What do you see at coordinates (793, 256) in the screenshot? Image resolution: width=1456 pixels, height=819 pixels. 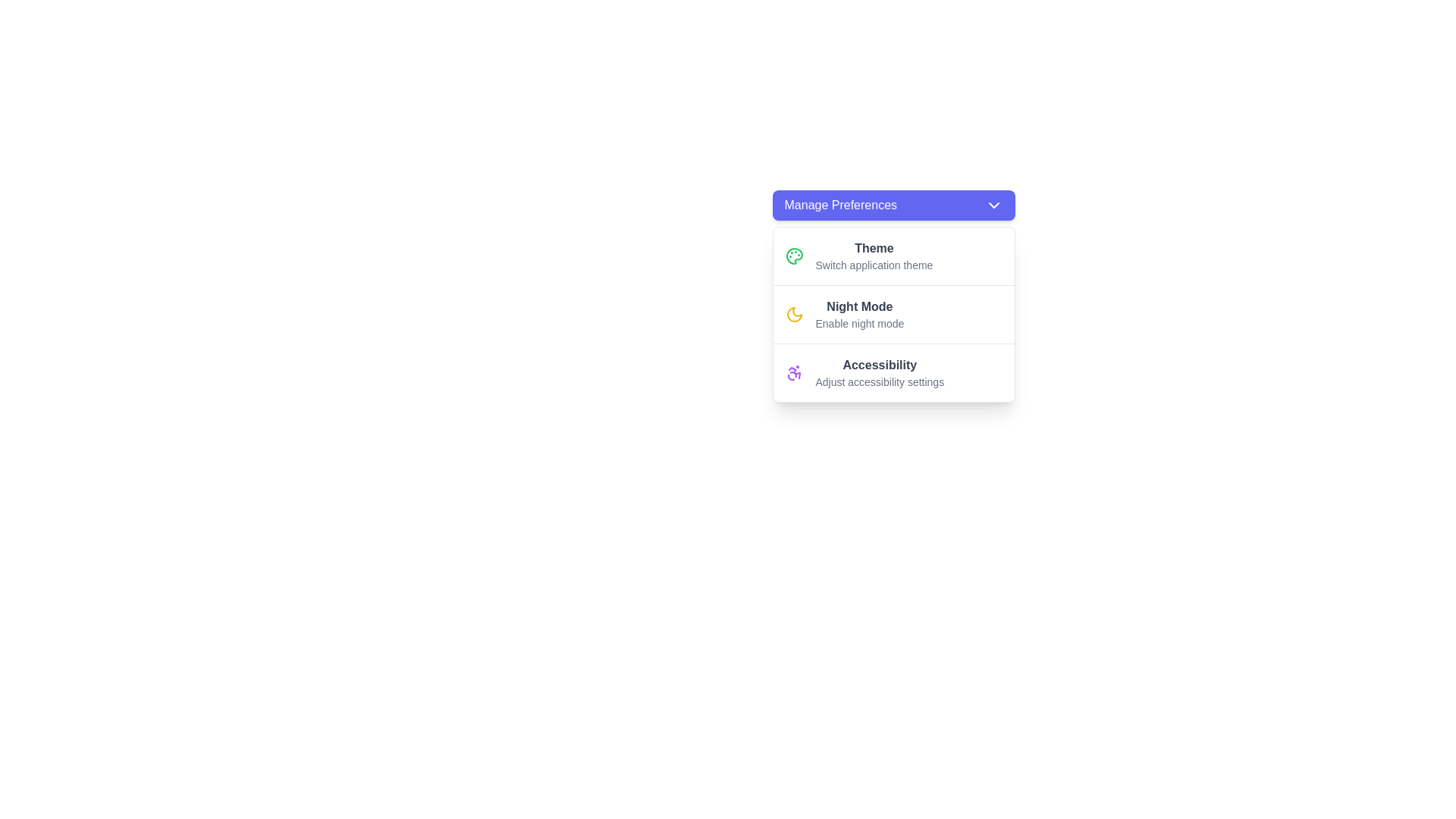 I see `the green palette icon styled as an outline drawing, located to the left of the text 'Theme Switch application theme' in the first menu option under 'Manage Preferences'` at bounding box center [793, 256].